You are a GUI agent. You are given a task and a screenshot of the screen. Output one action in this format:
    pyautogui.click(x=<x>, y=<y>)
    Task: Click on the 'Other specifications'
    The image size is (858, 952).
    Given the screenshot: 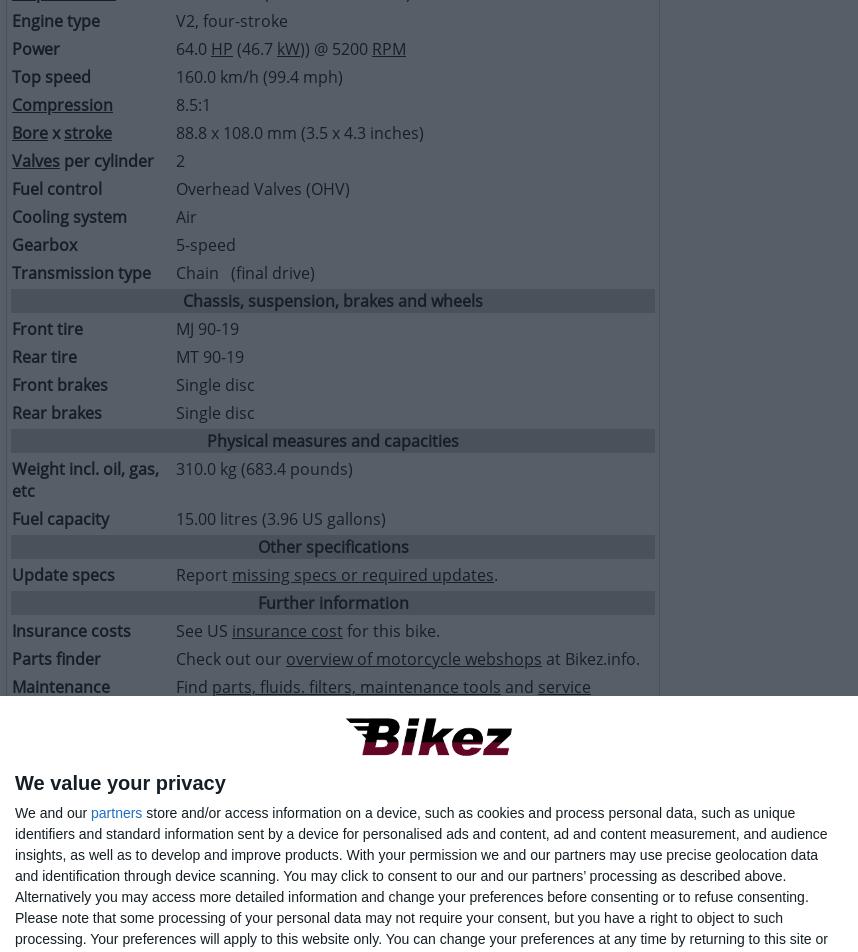 What is the action you would take?
    pyautogui.click(x=331, y=547)
    